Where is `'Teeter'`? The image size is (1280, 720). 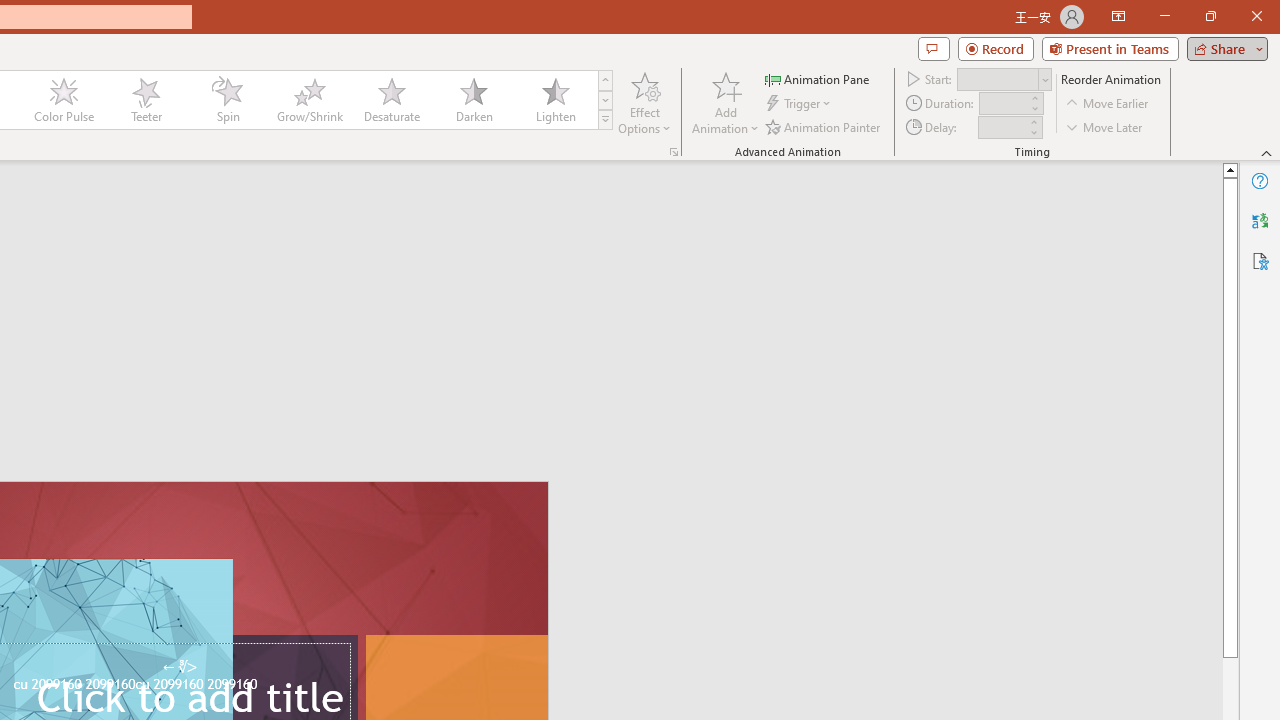
'Teeter' is located at coordinates (144, 100).